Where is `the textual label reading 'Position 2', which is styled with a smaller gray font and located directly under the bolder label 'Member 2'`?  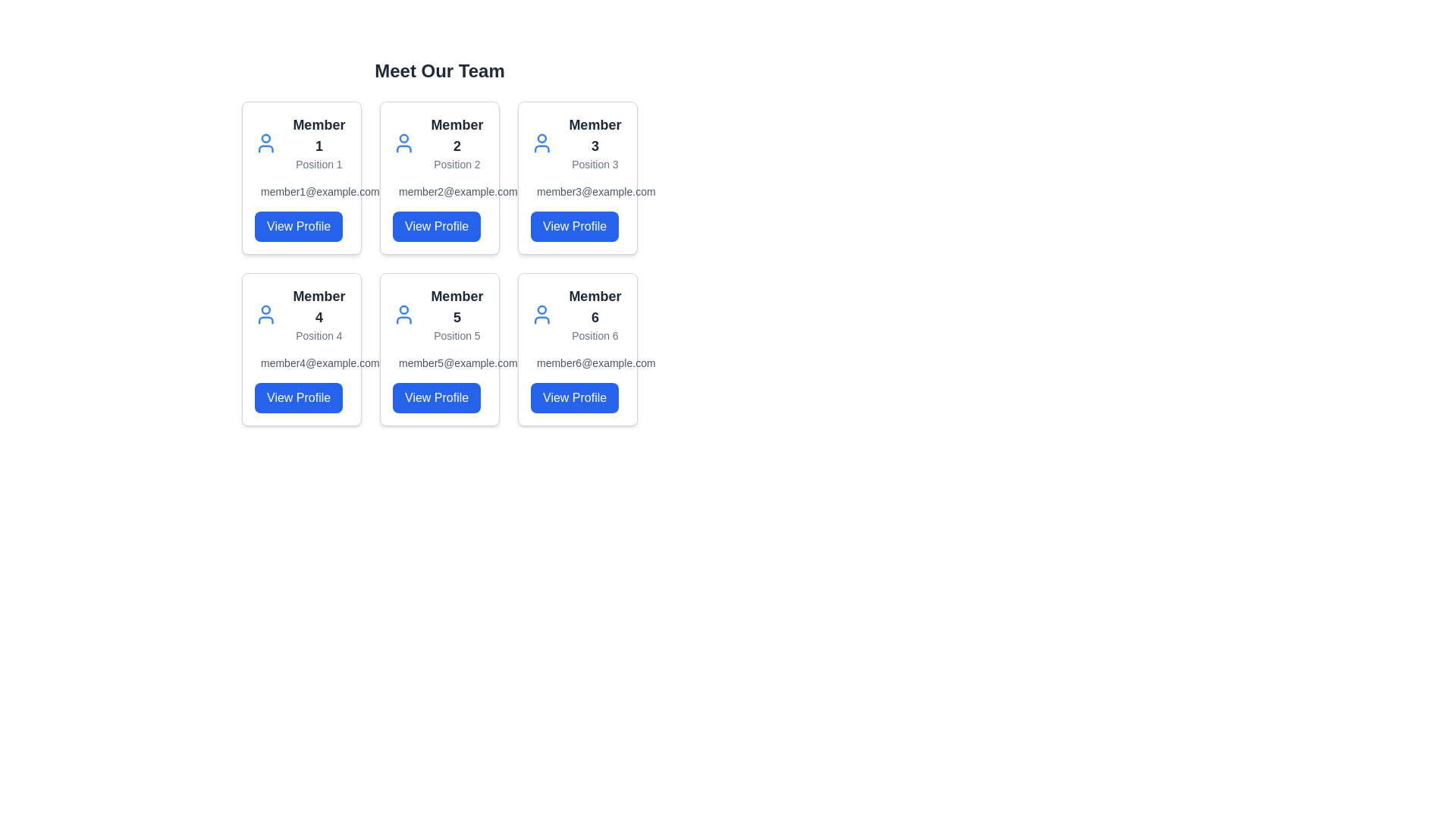
the textual label reading 'Position 2', which is styled with a smaller gray font and located directly under the bolder label 'Member 2' is located at coordinates (456, 164).